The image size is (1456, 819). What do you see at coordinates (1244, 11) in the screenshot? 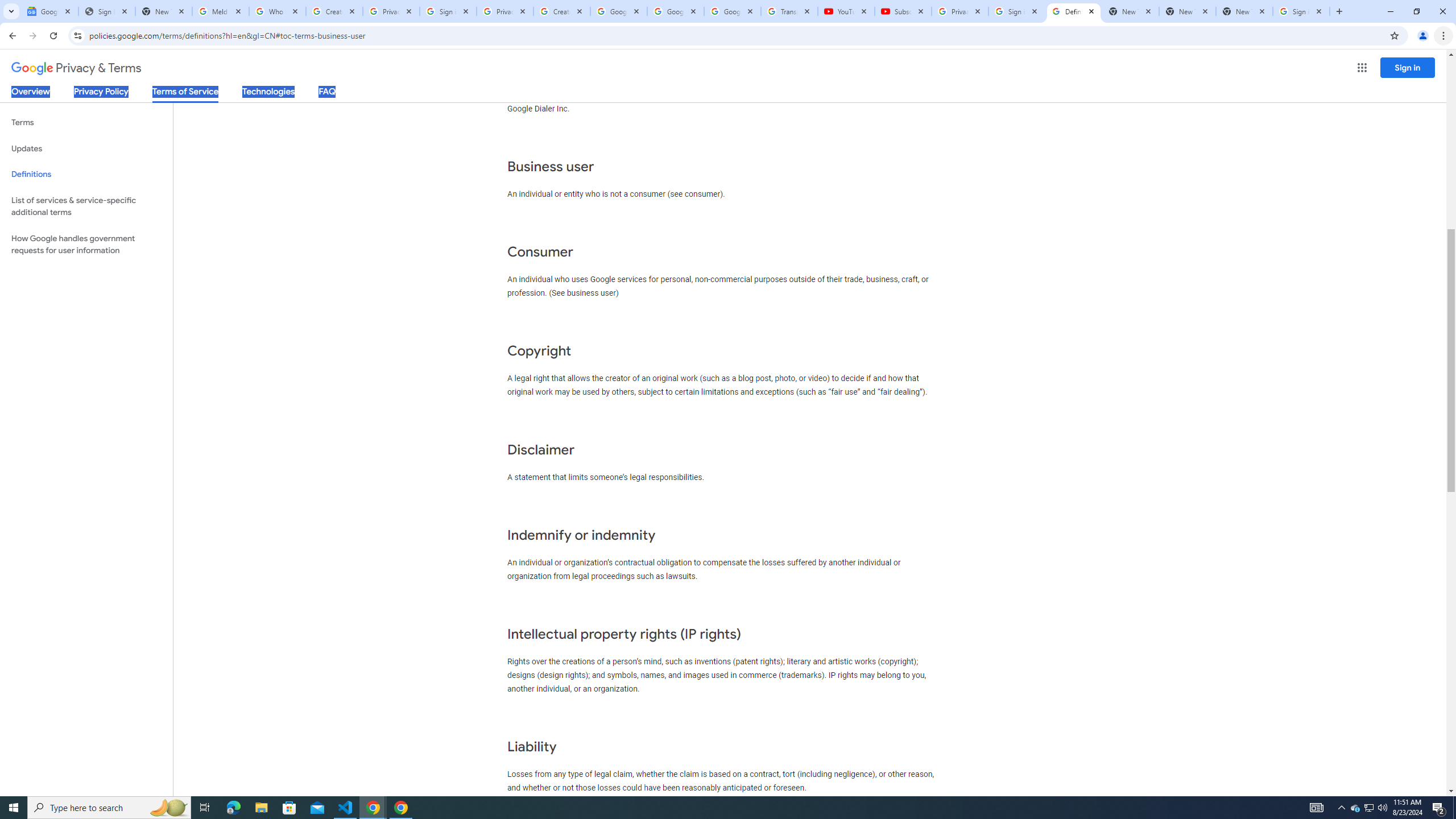
I see `'New Tab'` at bounding box center [1244, 11].